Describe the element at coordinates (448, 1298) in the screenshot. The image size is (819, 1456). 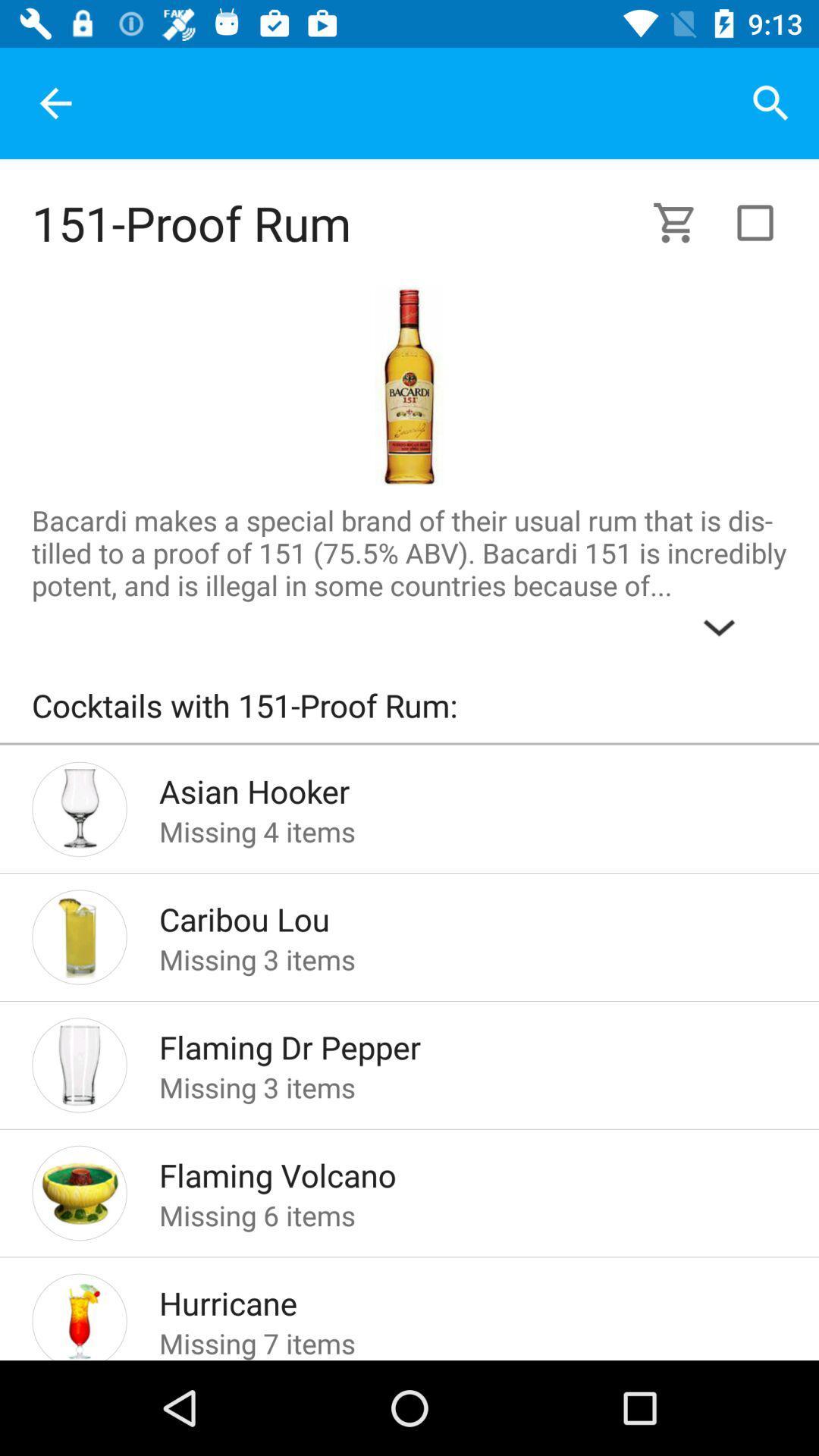
I see `icon above missing 7 items` at that location.